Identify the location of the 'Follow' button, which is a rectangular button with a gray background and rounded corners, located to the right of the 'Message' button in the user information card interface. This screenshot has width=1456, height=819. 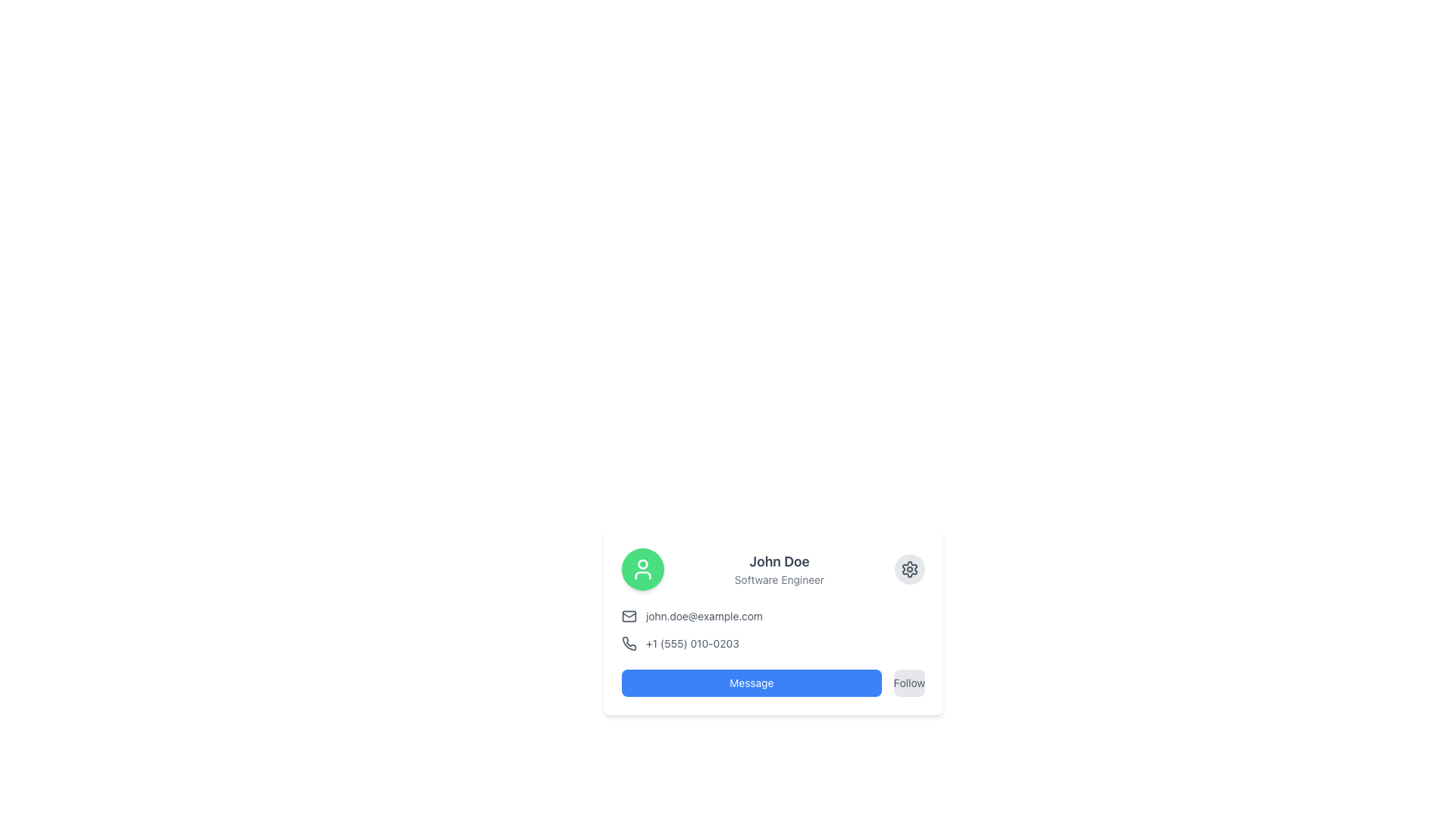
(909, 683).